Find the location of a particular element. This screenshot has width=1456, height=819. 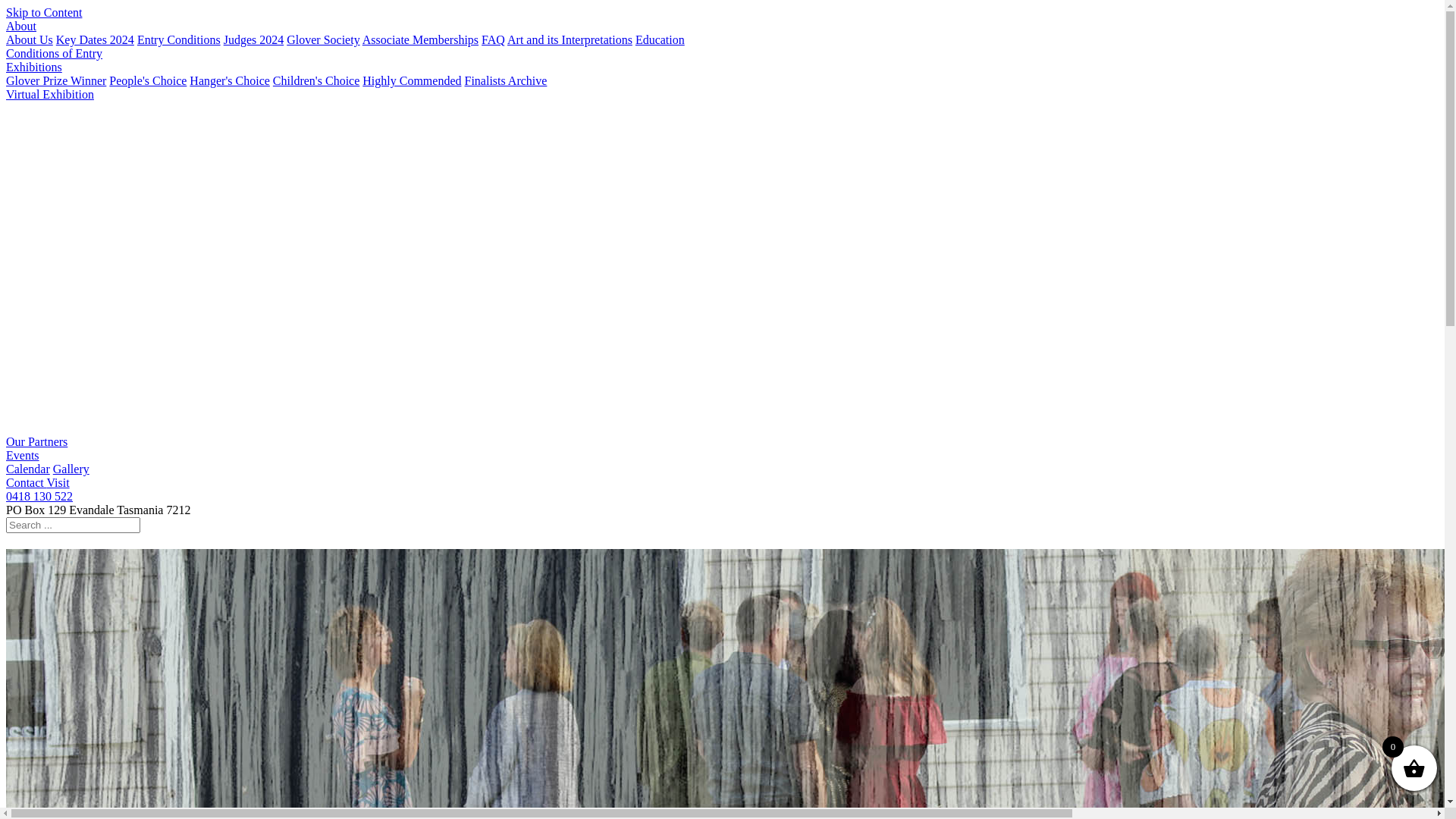

'Finalists Archive' is located at coordinates (505, 80).